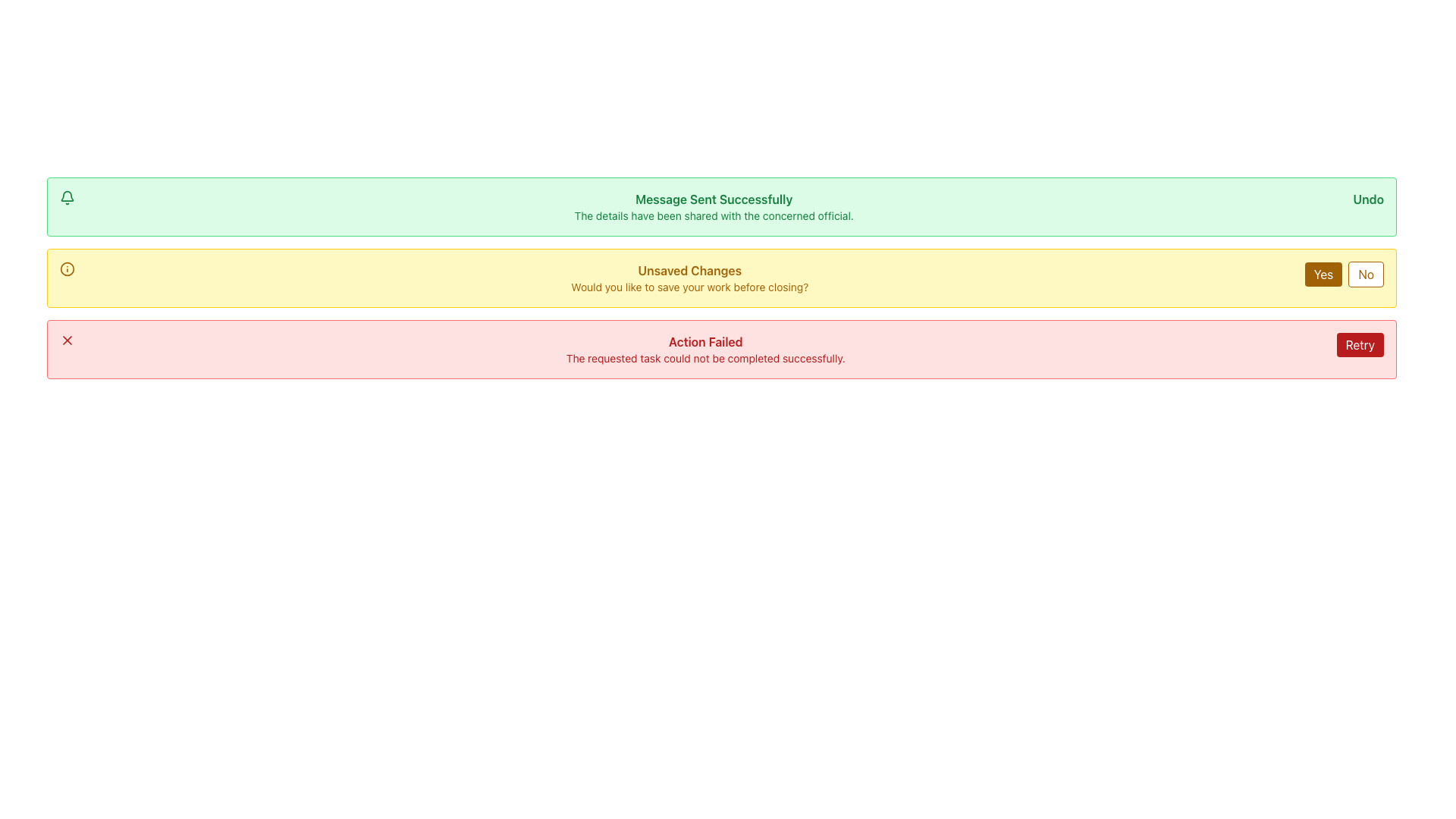  What do you see at coordinates (67, 339) in the screenshot?
I see `the red 'X' icon that is part of the 'Action Failed' banner, located near the bottom-left of the interface` at bounding box center [67, 339].